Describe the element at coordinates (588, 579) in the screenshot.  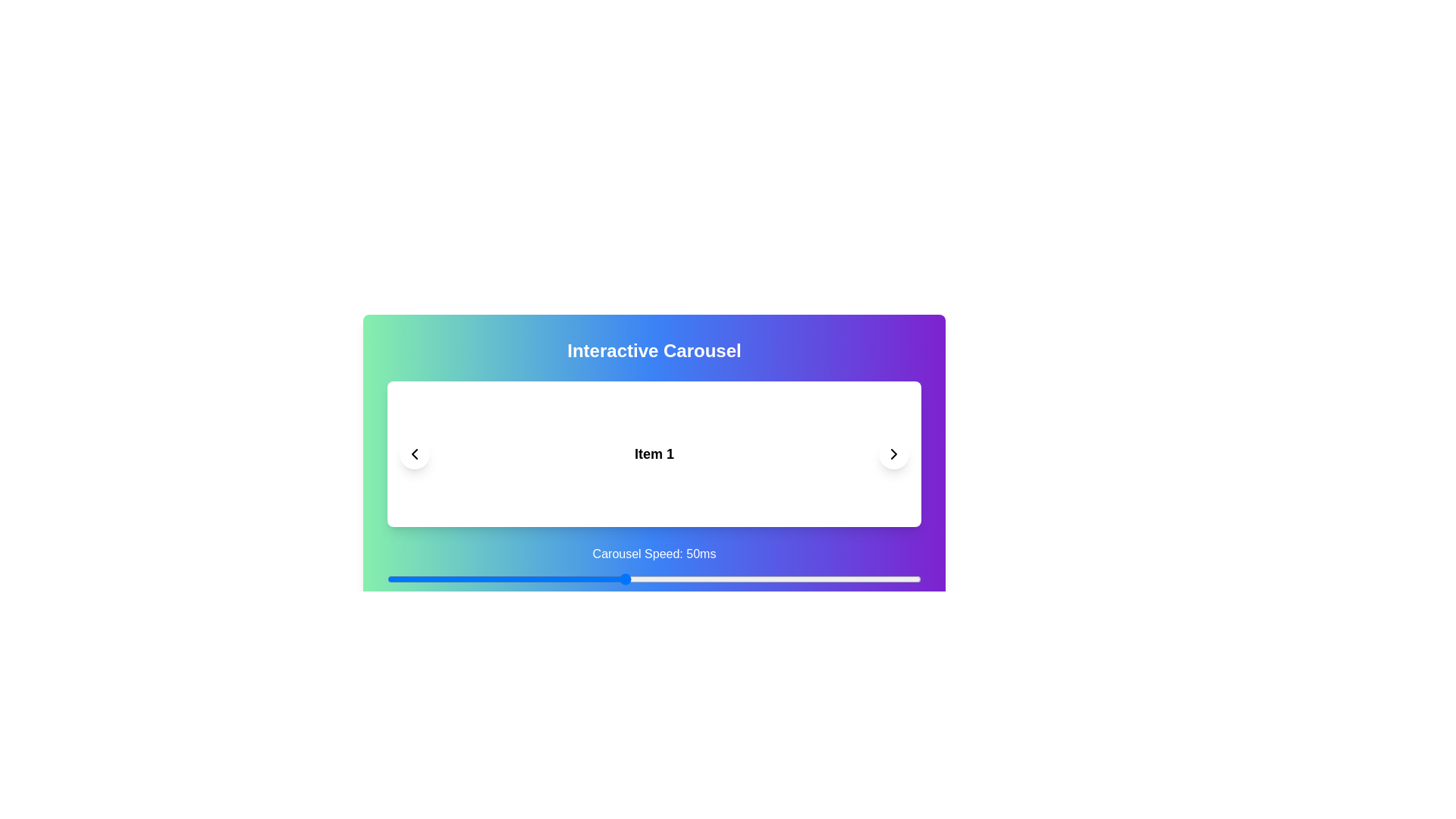
I see `the carousel speed to 44 ms using the slider` at that location.